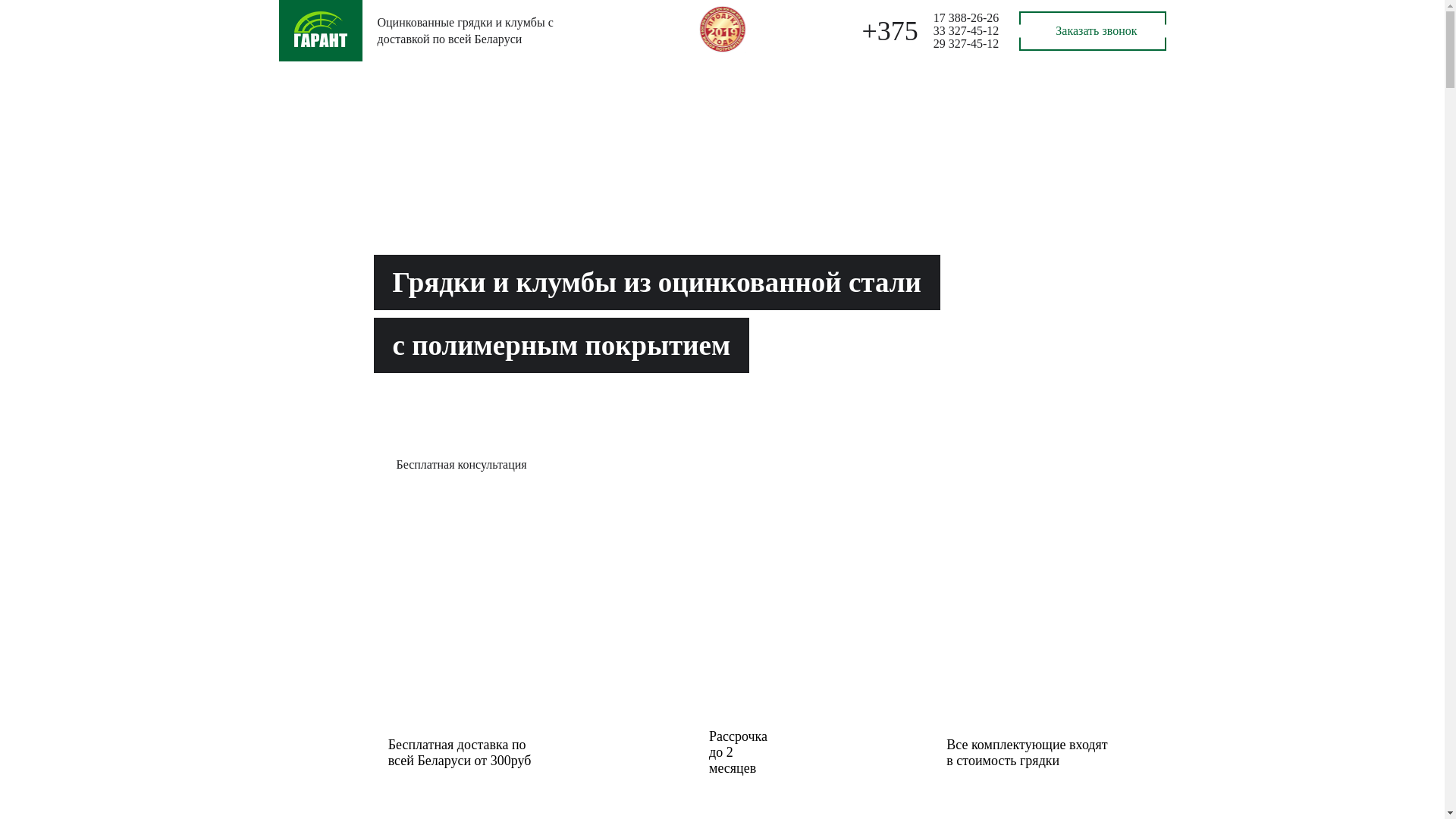 Image resolution: width=1456 pixels, height=819 pixels. What do you see at coordinates (965, 30) in the screenshot?
I see `'33 327-45-12'` at bounding box center [965, 30].